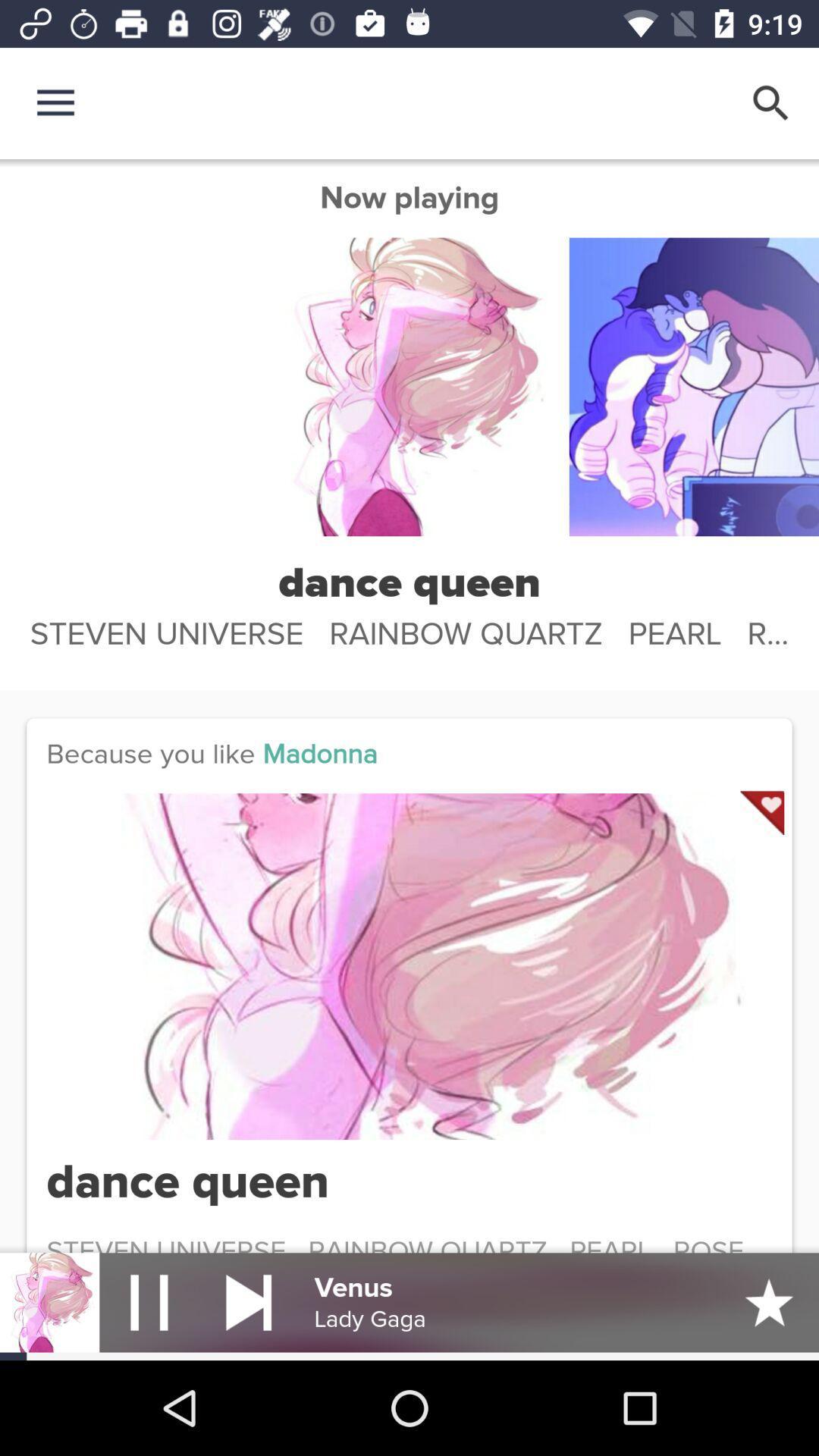 The image size is (819, 1456). Describe the element at coordinates (149, 1301) in the screenshot. I see `the pause icon` at that location.